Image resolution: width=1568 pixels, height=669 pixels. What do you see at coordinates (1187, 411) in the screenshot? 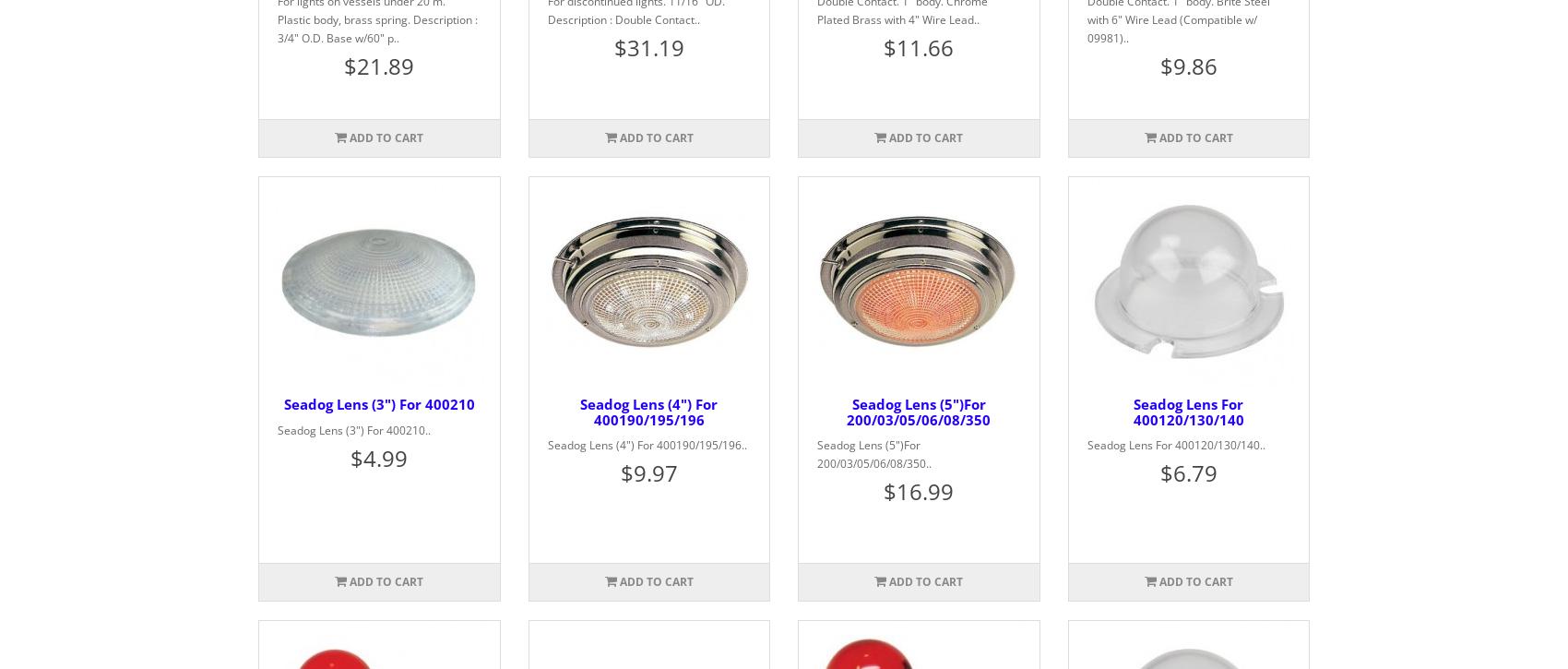
I see `'Seadog Lens For 400120/130/140'` at bounding box center [1187, 411].